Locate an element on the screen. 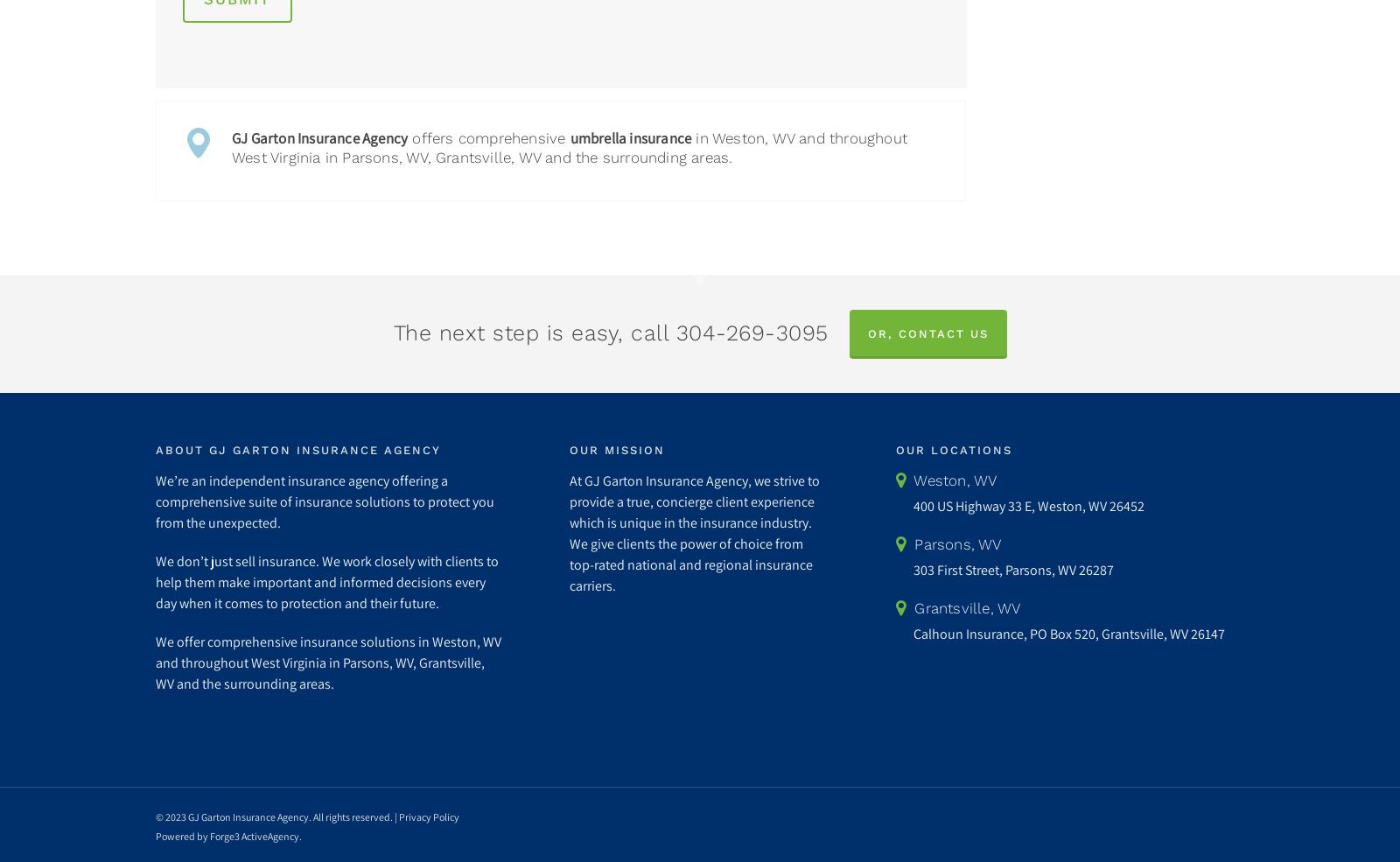 The height and width of the screenshot is (862, 1400). 'We offer comprehensive insurance solutions in Weston, WV and throughout West Virginia in Parsons, WV, Grantsville, WV and the surrounding areas.' is located at coordinates (327, 662).